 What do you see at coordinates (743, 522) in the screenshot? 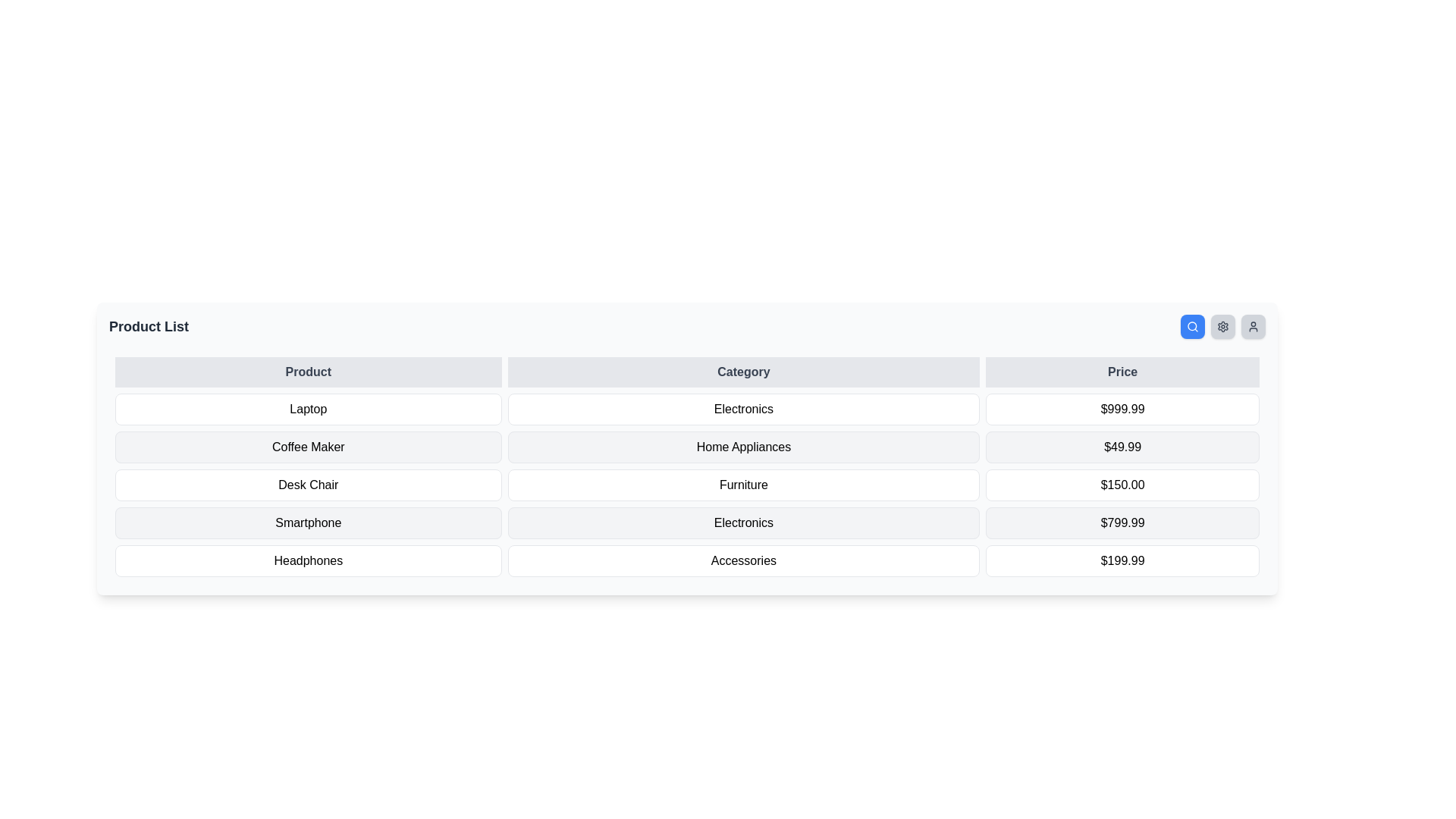
I see `the table cell containing the text 'Electronics', located in the second column of the 'Smartphone' row` at bounding box center [743, 522].